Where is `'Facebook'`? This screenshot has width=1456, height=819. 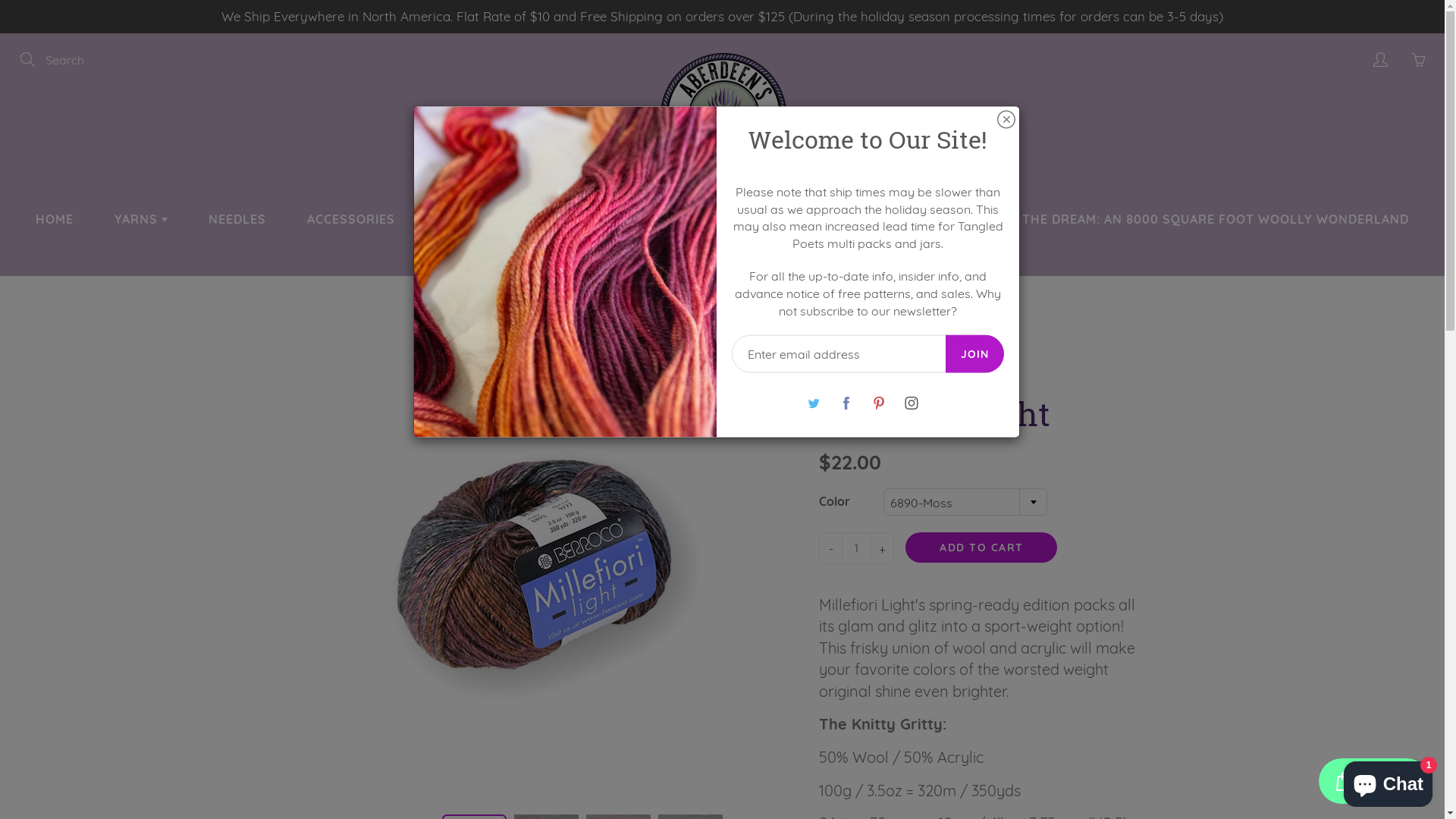
'Facebook' is located at coordinates (845, 402).